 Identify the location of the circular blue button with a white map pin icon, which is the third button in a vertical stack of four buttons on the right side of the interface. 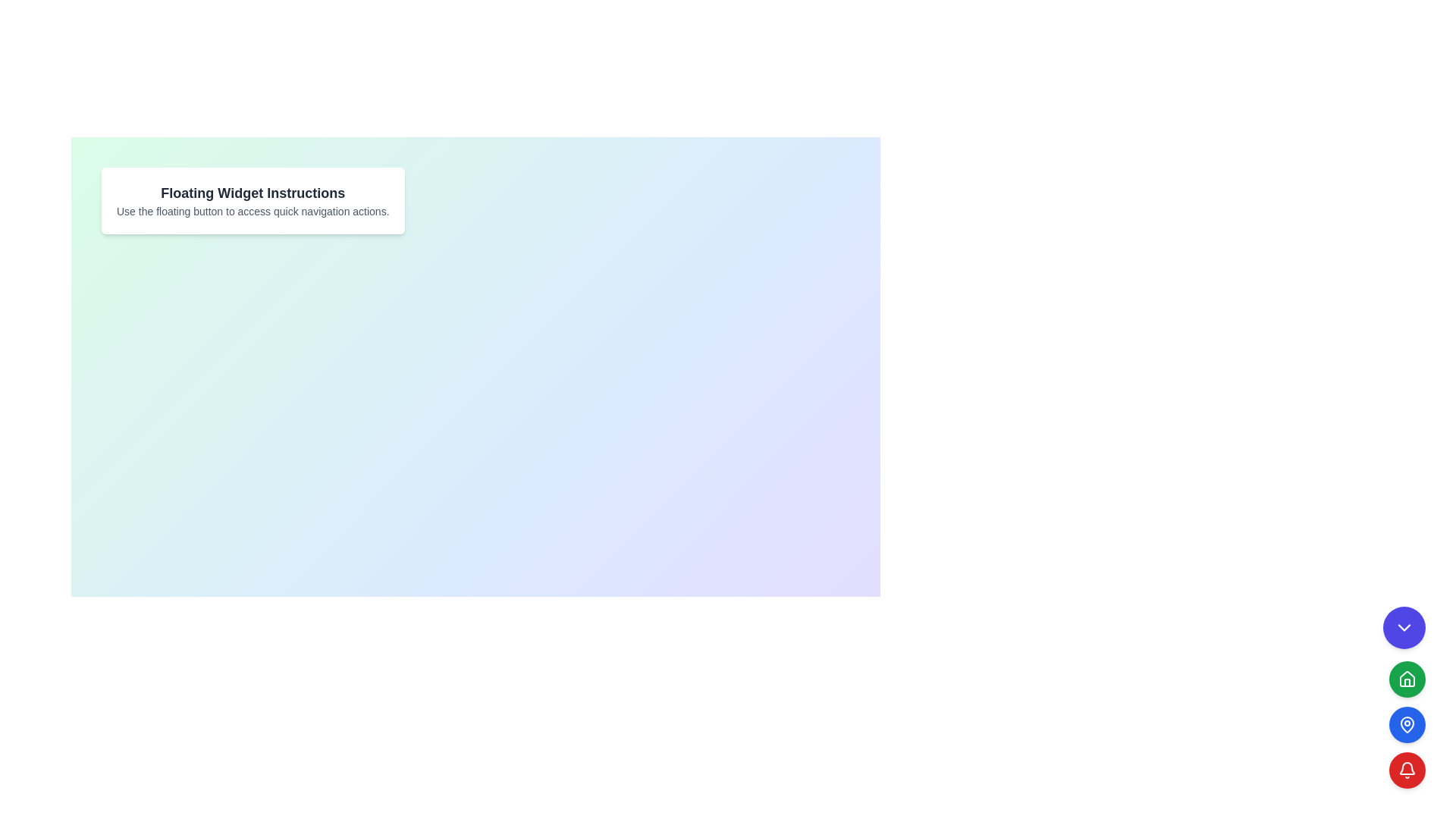
(1407, 724).